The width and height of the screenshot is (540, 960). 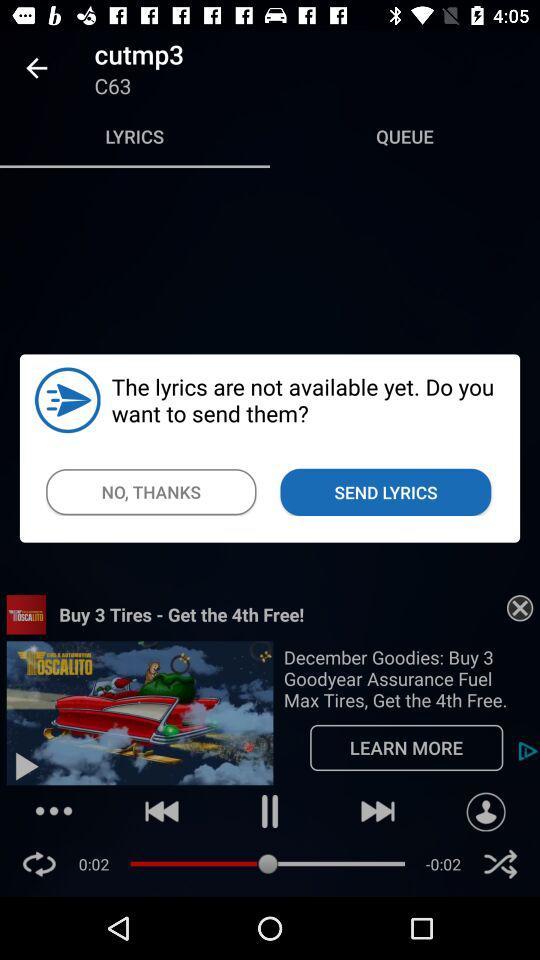 What do you see at coordinates (378, 811) in the screenshot?
I see `the skip_next icon` at bounding box center [378, 811].